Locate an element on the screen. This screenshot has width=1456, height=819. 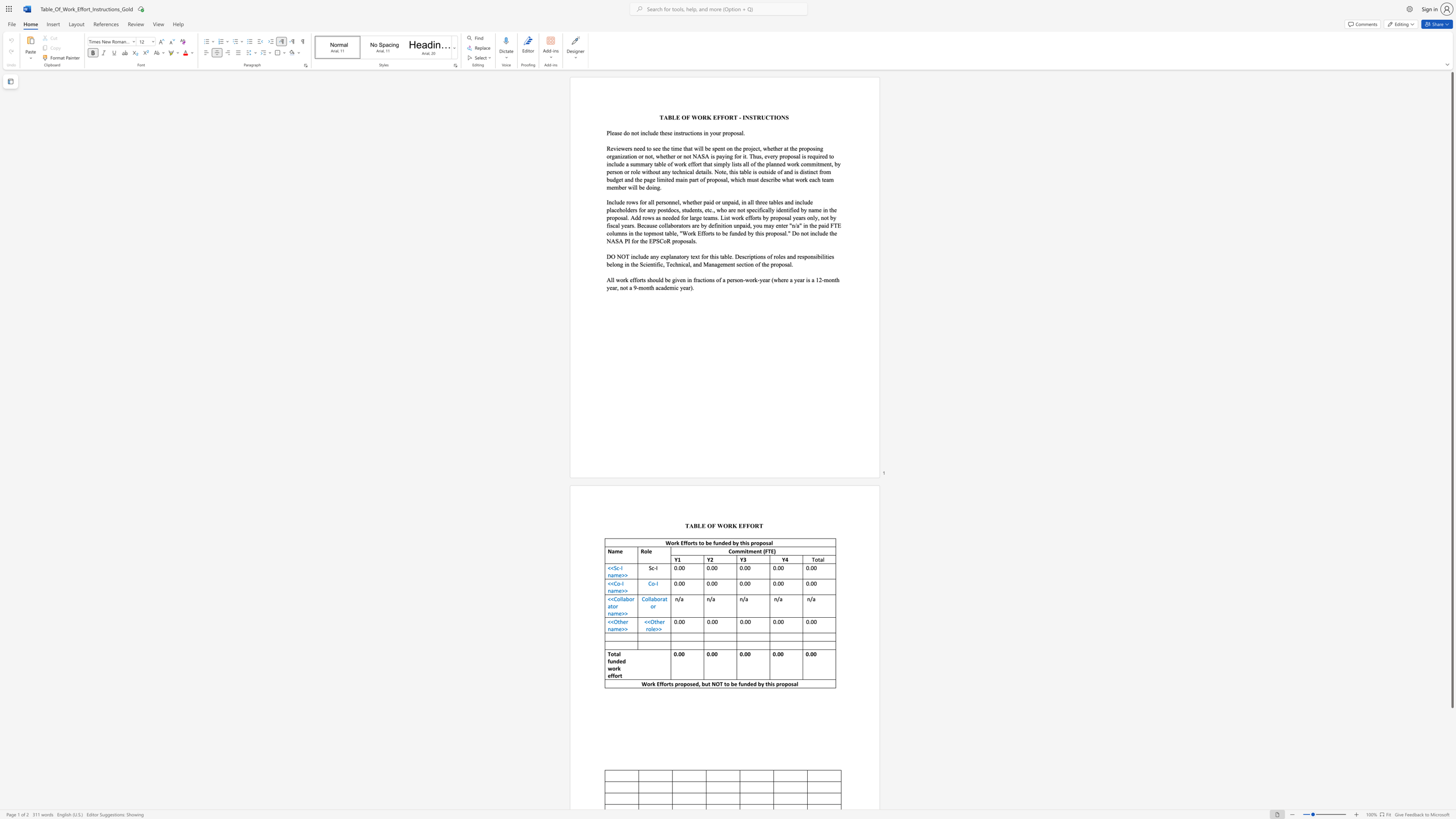
the vertical scrollbar to lower the page content is located at coordinates (1451, 762).